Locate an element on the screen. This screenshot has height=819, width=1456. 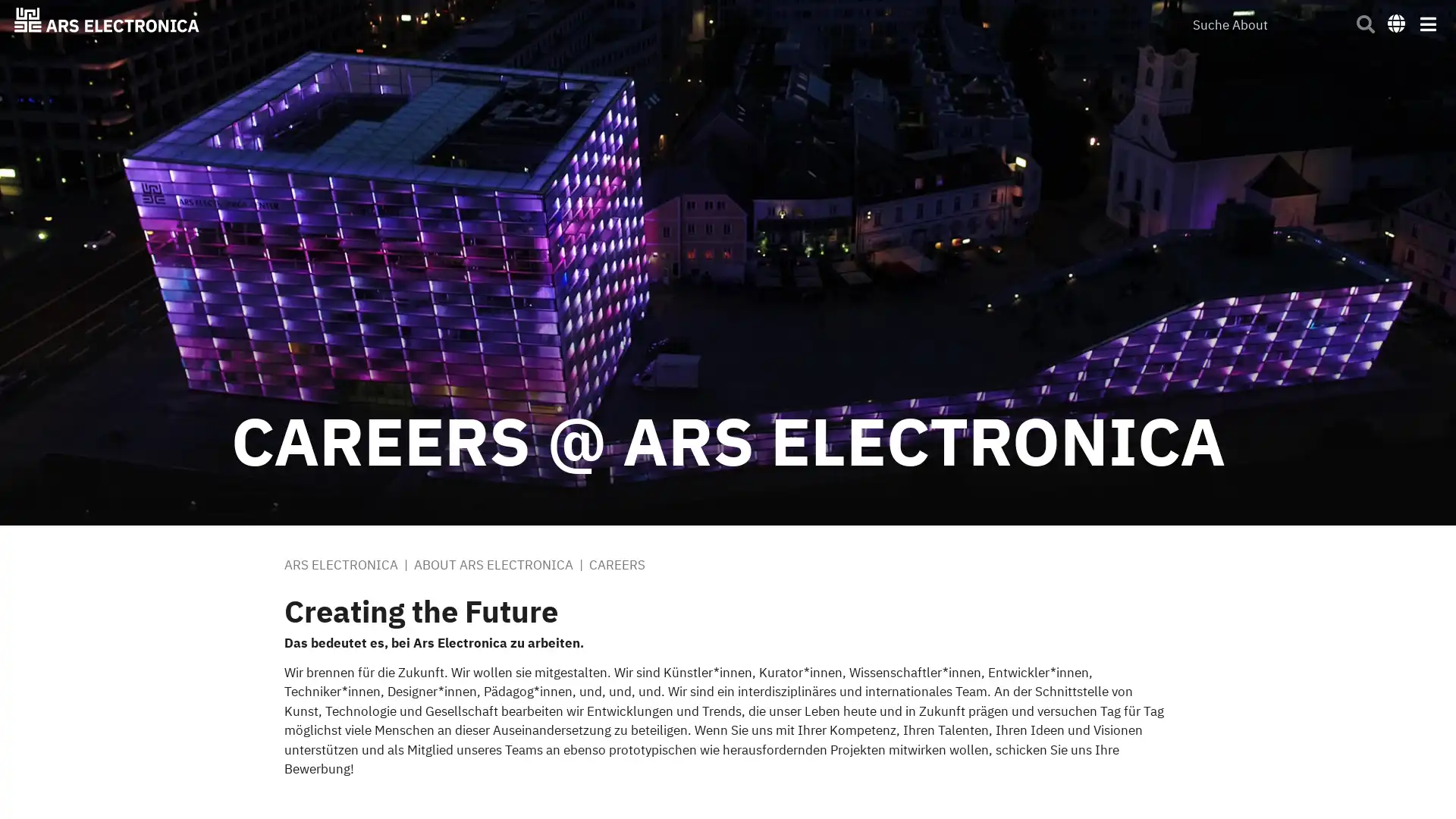
Show language menu is located at coordinates (1395, 22).